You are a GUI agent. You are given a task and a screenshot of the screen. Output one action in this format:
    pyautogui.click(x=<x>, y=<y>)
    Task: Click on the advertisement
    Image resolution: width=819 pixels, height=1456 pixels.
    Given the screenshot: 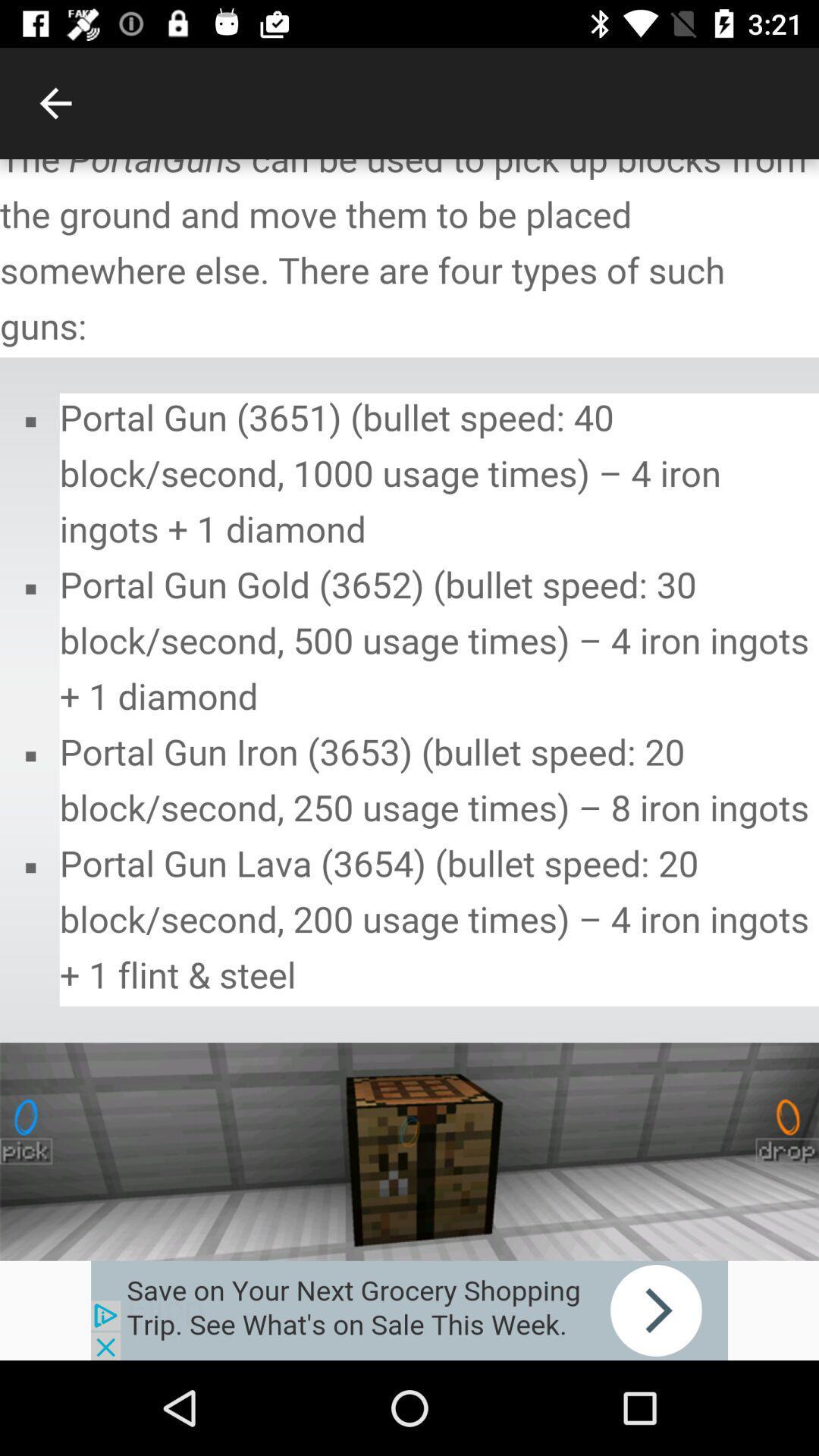 What is the action you would take?
    pyautogui.click(x=409, y=1310)
    